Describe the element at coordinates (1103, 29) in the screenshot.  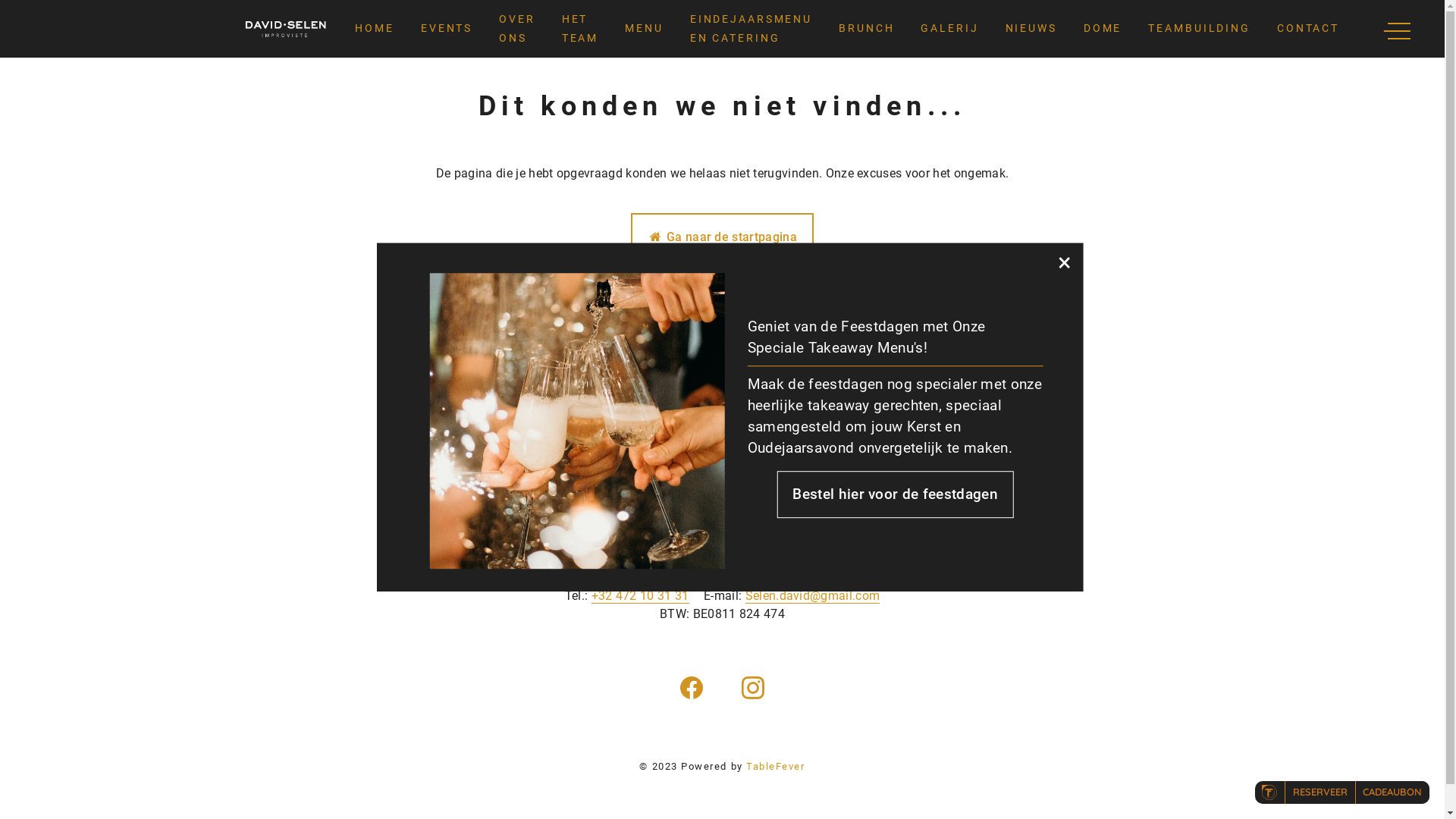
I see `'DOME'` at that location.